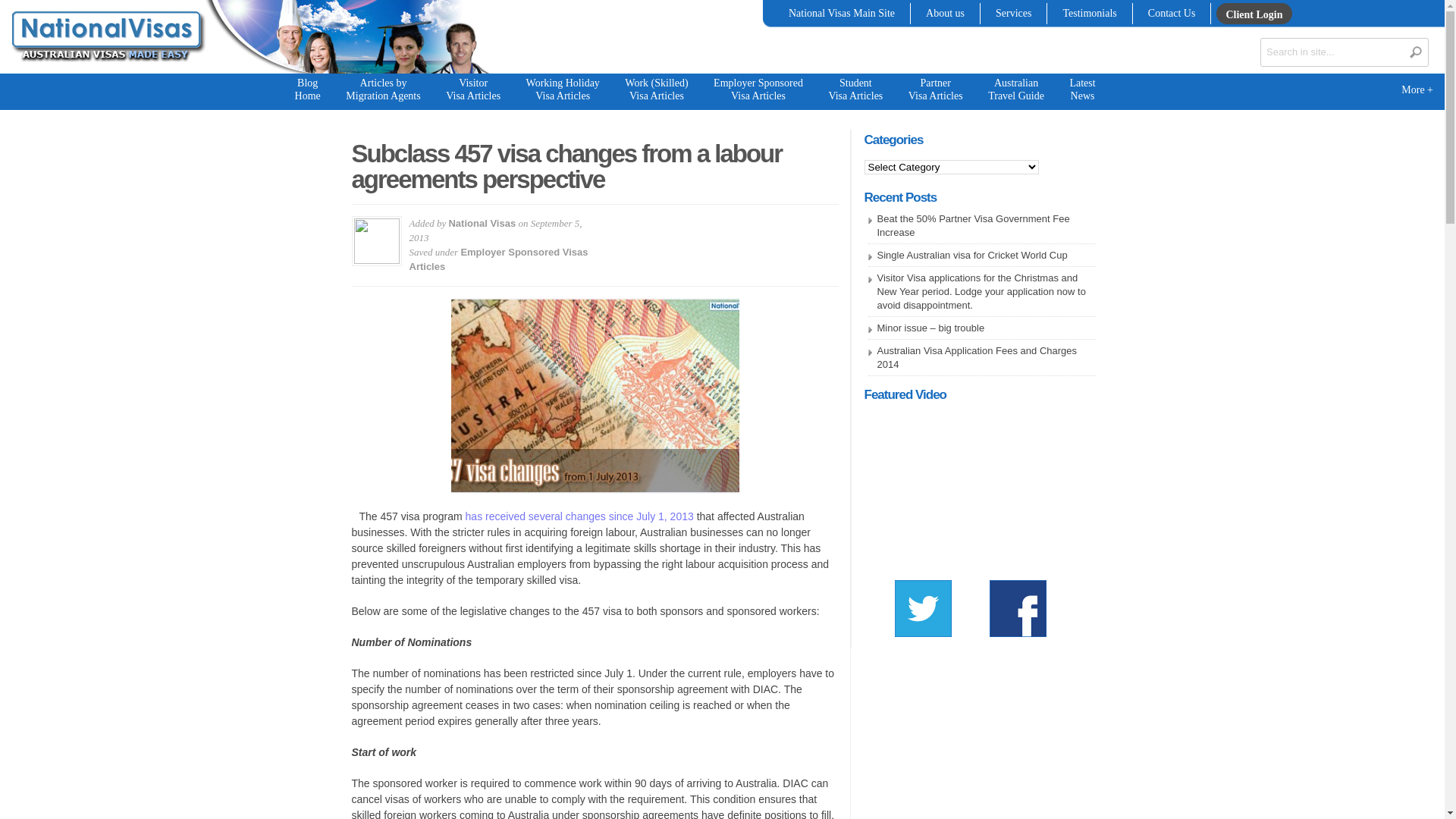 This screenshot has width=1456, height=819. I want to click on 'Single Australian visa for Cricket World Cup', so click(971, 254).